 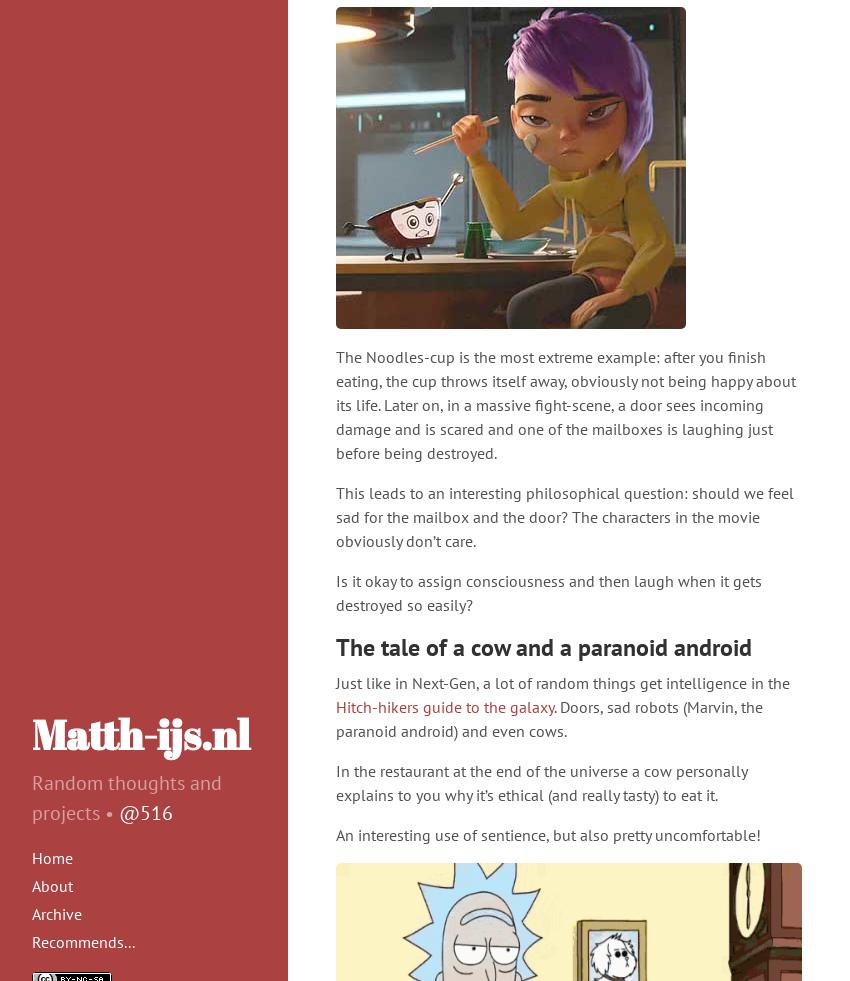 What do you see at coordinates (146, 812) in the screenshot?
I see `'@516'` at bounding box center [146, 812].